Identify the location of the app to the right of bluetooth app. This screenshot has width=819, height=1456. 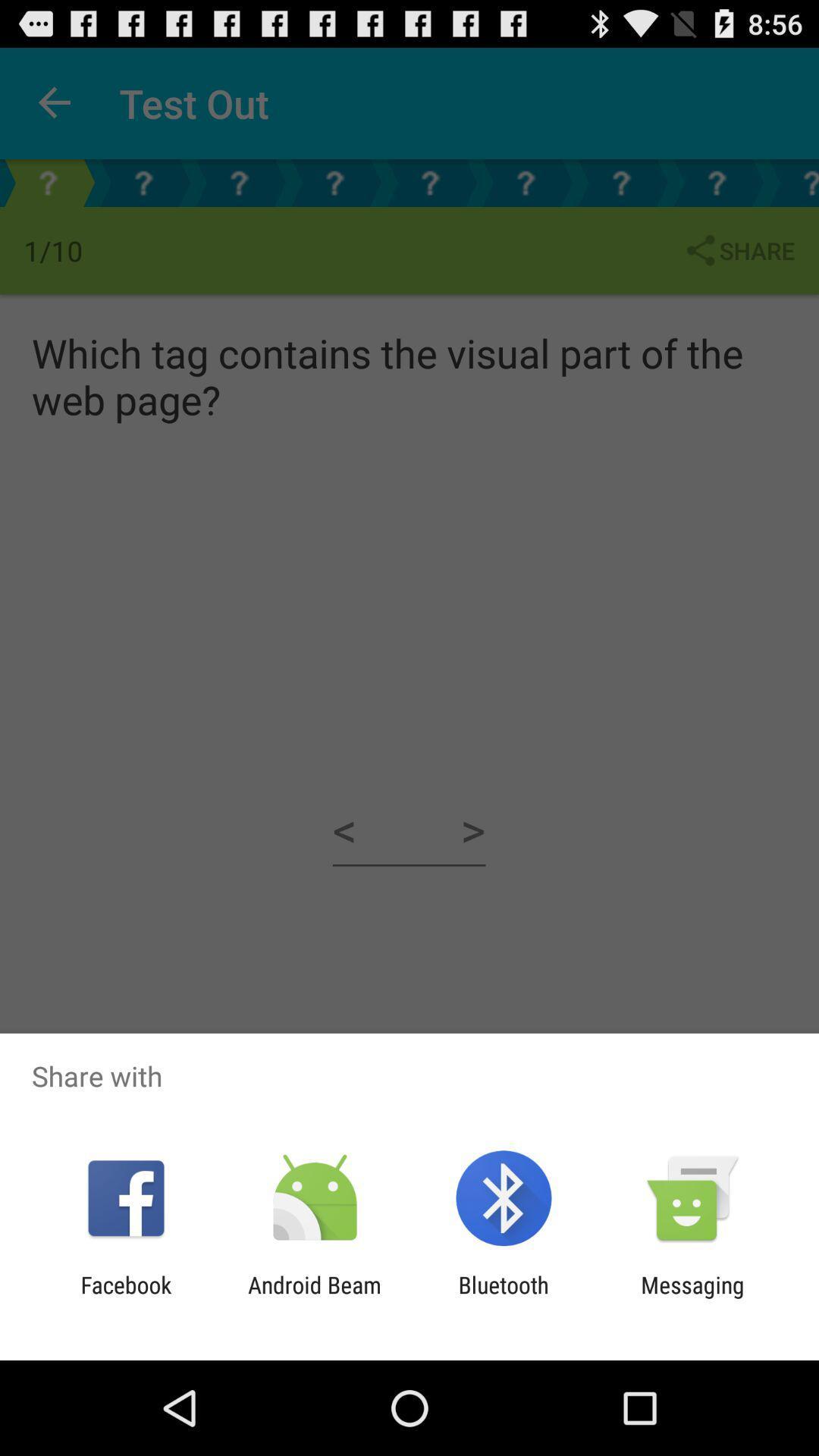
(692, 1298).